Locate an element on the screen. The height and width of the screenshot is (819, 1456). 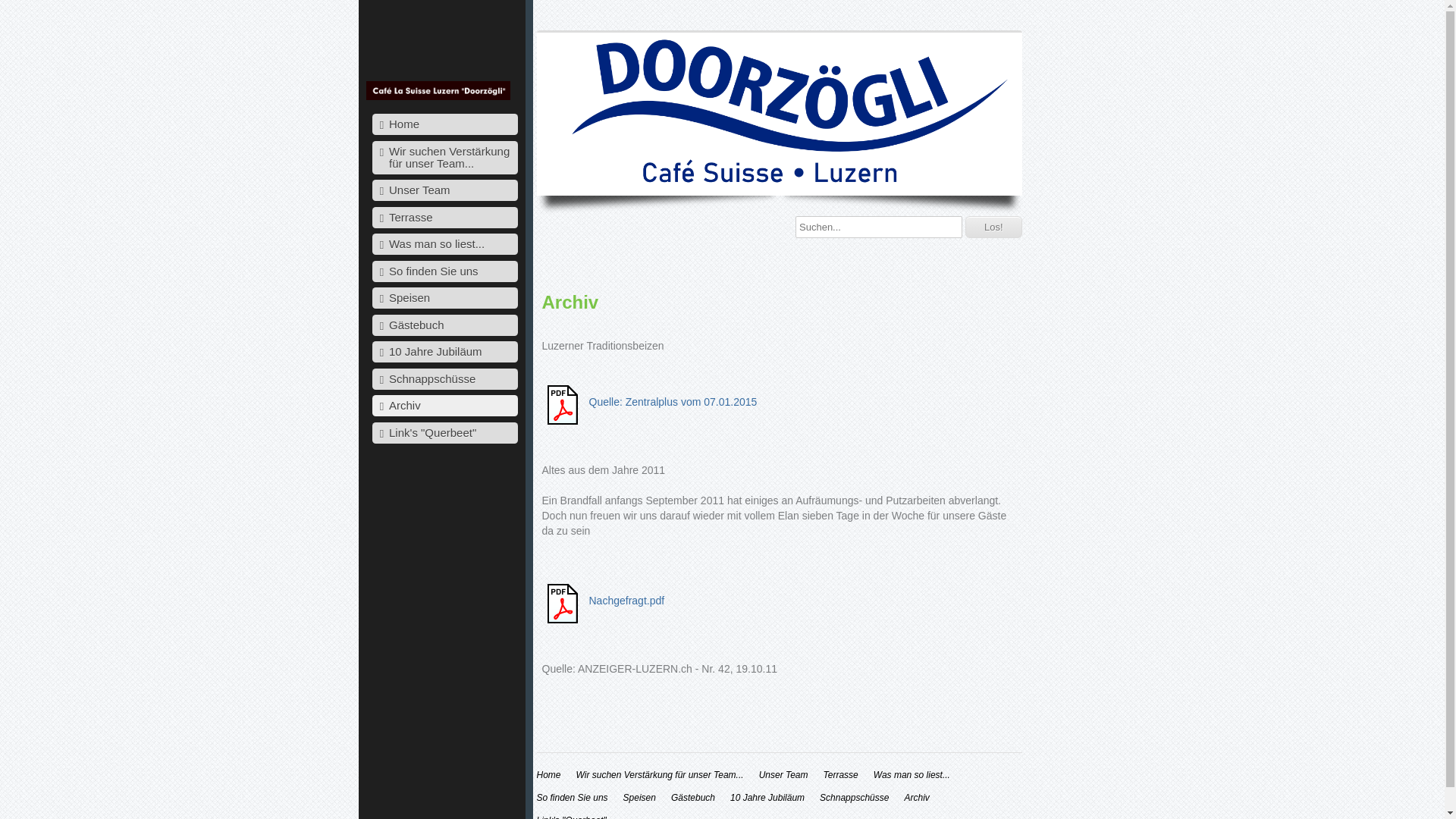
'Nachgefragt.pdf' is located at coordinates (588, 599).